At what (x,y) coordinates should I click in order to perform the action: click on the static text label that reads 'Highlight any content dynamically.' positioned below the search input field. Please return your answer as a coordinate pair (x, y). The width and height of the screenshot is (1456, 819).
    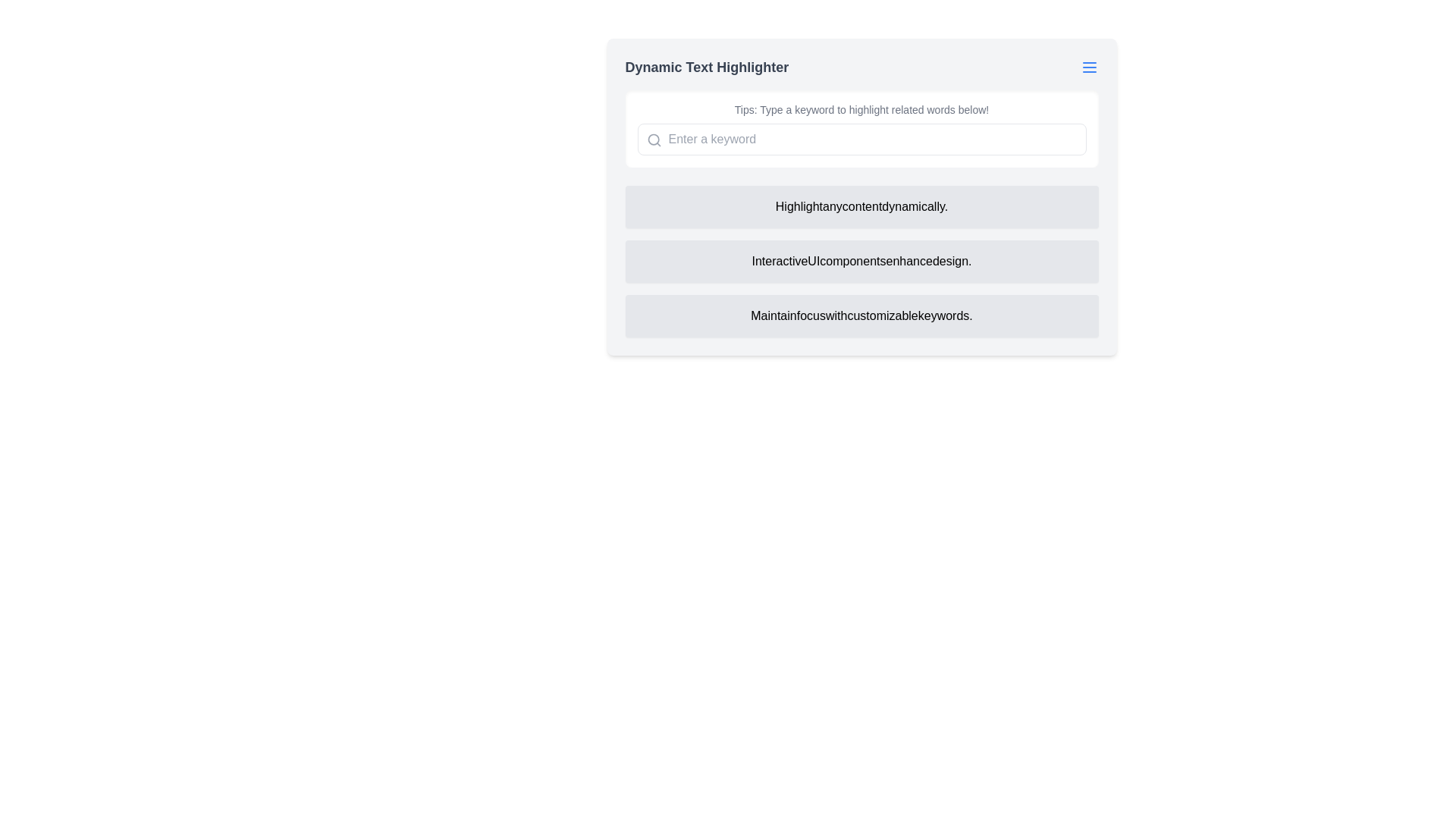
    Looking at the image, I should click on (861, 207).